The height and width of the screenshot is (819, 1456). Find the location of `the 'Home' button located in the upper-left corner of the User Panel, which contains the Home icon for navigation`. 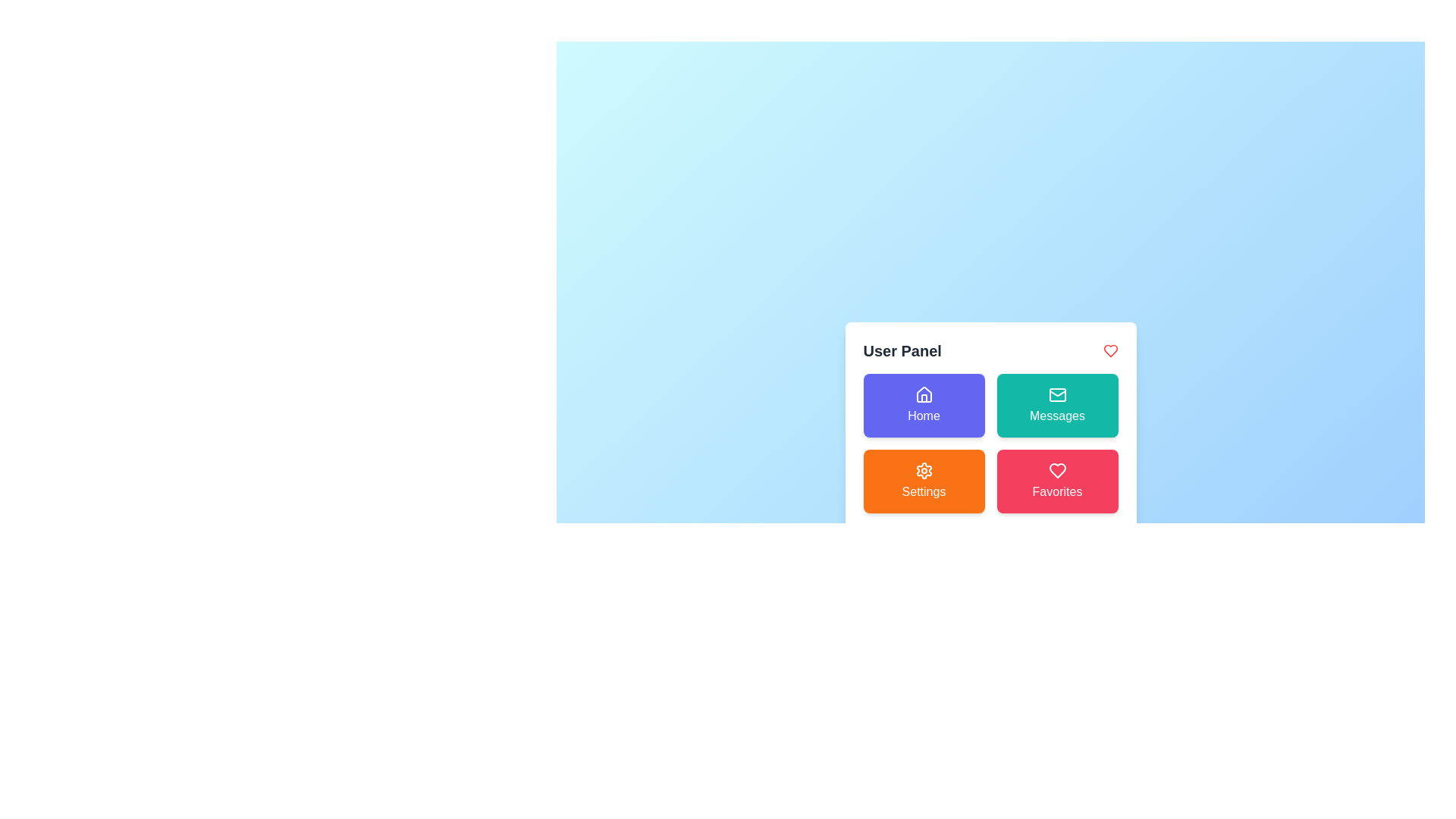

the 'Home' button located in the upper-left corner of the User Panel, which contains the Home icon for navigation is located at coordinates (923, 394).